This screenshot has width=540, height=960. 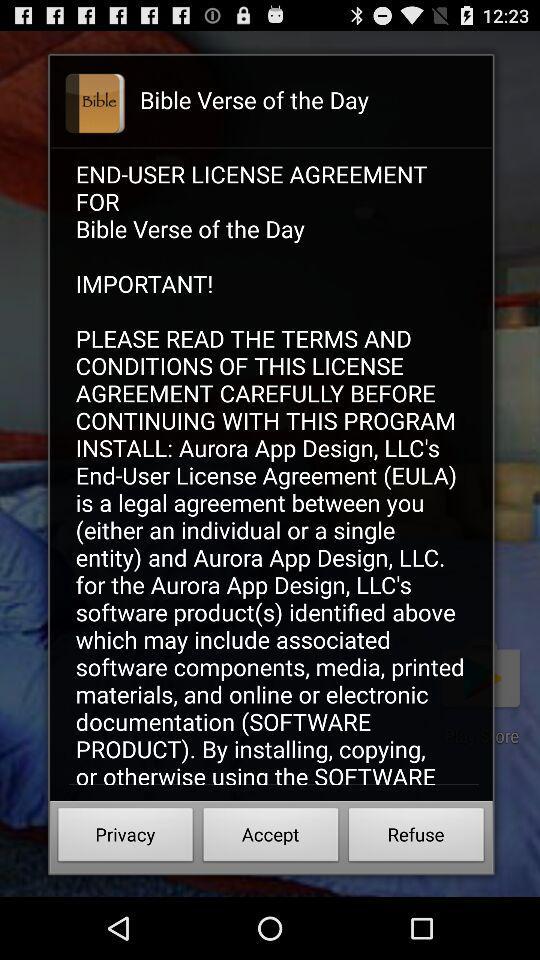 I want to click on icon to the left of refuse item, so click(x=270, y=837).